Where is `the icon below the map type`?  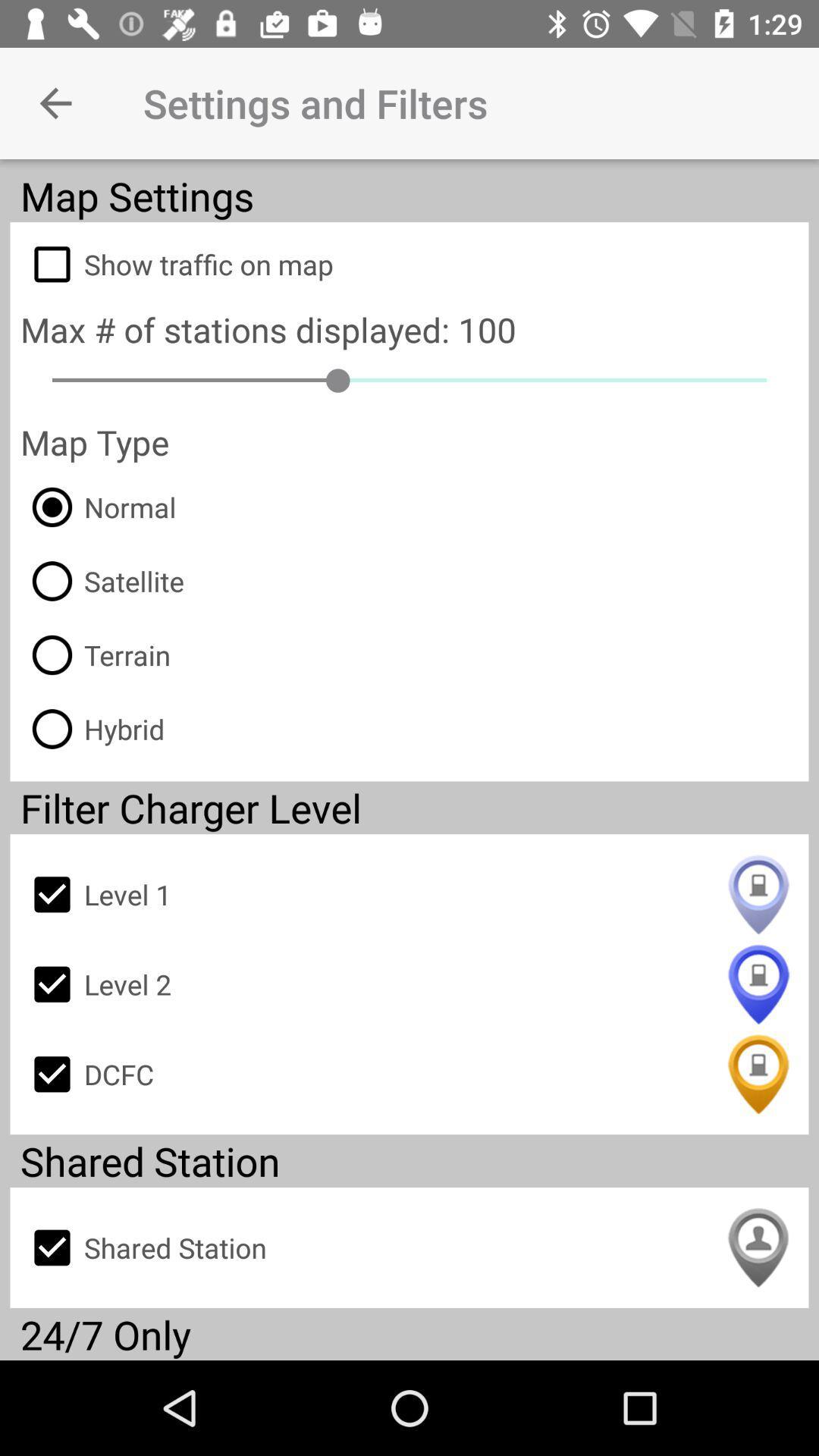 the icon below the map type is located at coordinates (98, 507).